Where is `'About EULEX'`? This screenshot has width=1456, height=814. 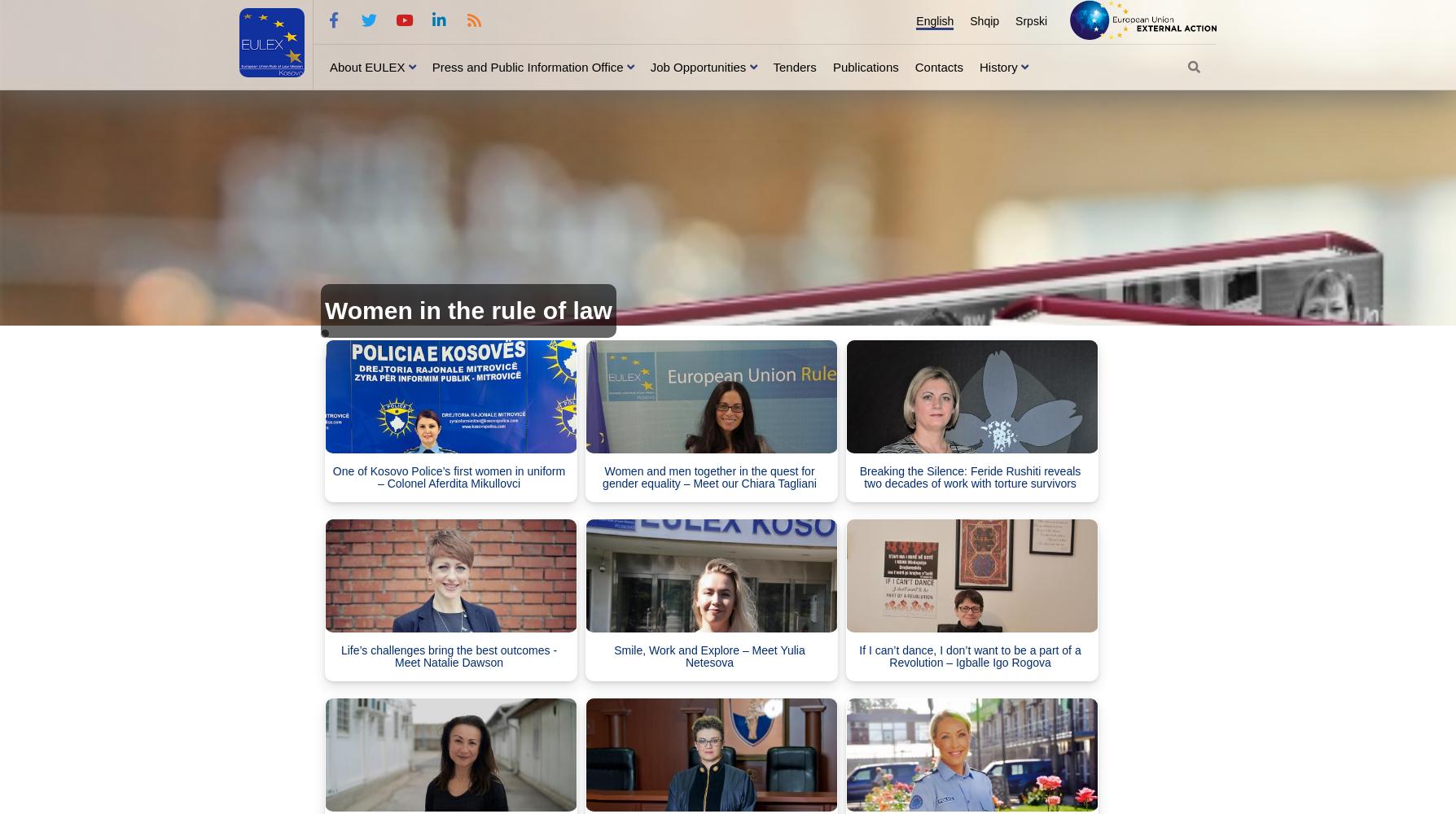 'About EULEX' is located at coordinates (366, 65).